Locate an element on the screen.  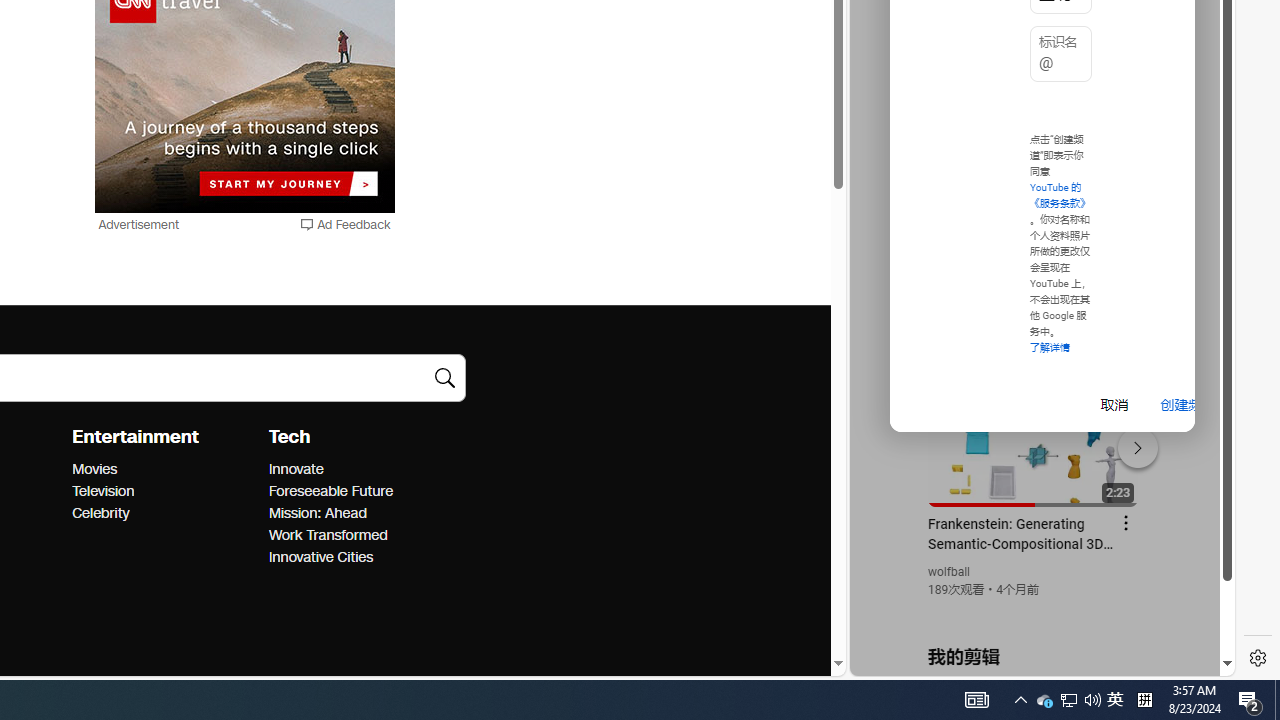
'Mission: Ahead' is located at coordinates (360, 512).